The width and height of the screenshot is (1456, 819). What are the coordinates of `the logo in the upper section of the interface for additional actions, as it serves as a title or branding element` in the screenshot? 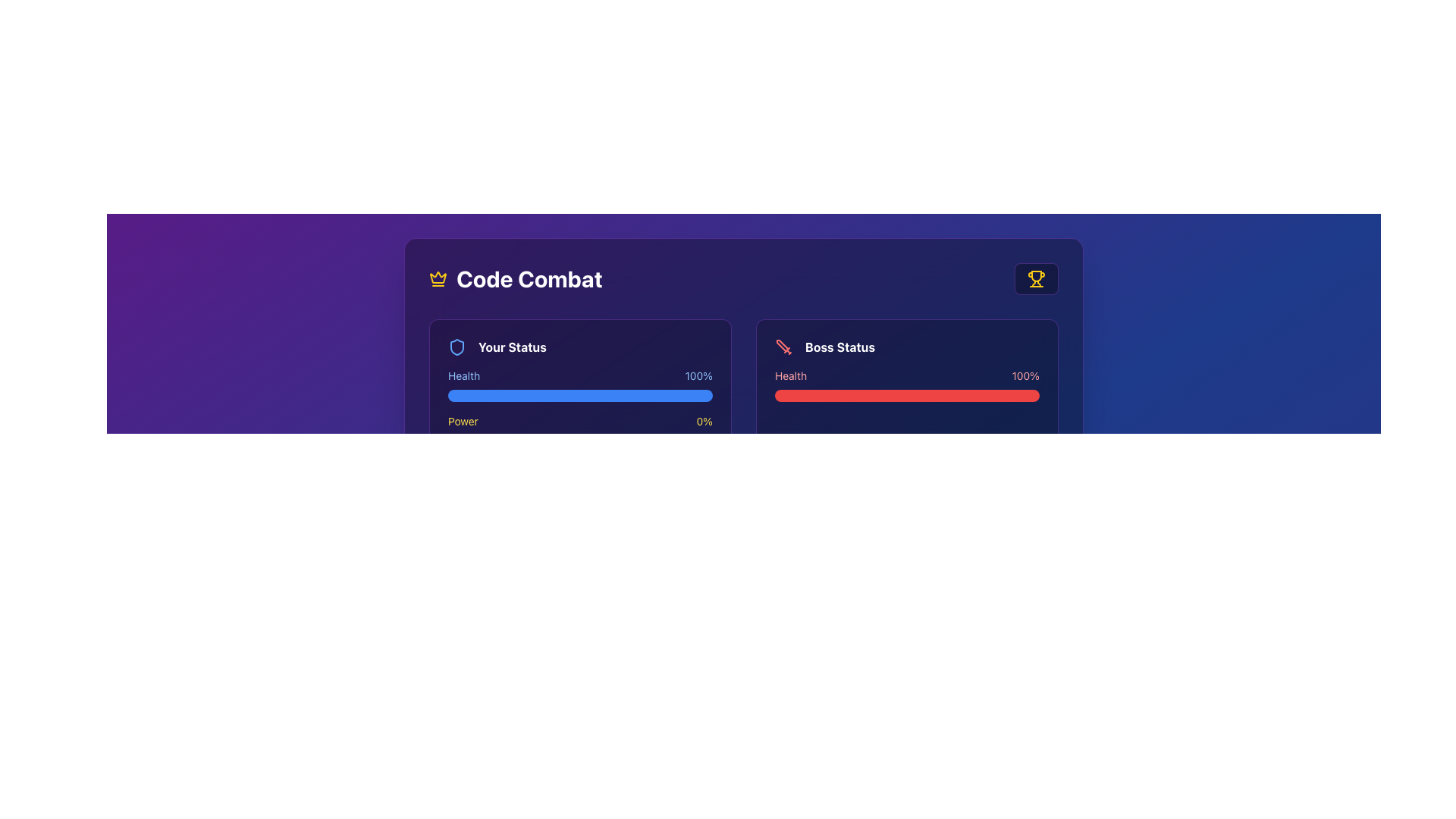 It's located at (516, 278).